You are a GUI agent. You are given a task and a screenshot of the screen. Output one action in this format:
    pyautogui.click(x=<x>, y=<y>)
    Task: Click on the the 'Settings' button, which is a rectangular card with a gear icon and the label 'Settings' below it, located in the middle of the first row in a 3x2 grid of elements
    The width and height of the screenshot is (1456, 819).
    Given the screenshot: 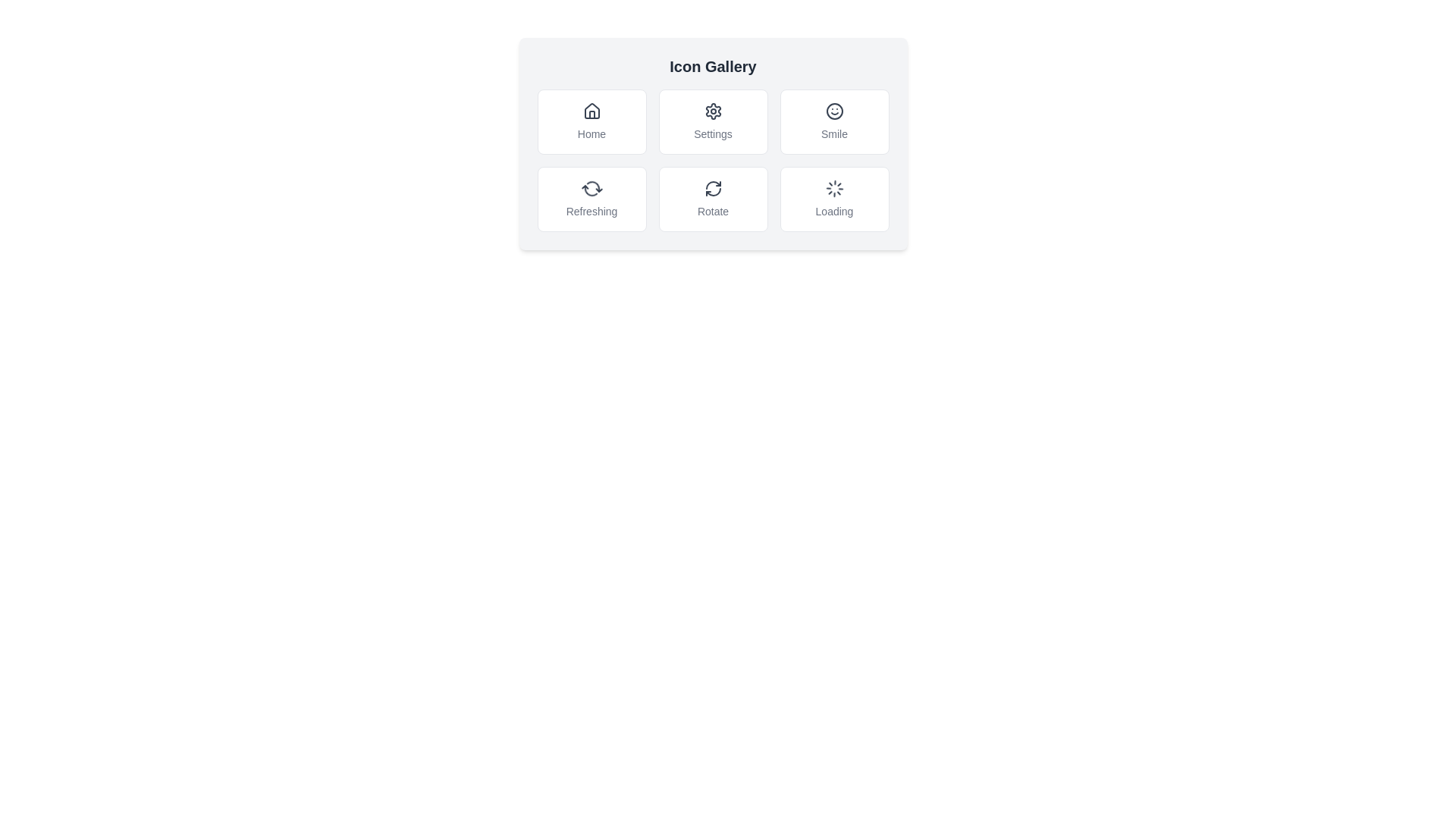 What is the action you would take?
    pyautogui.click(x=712, y=143)
    